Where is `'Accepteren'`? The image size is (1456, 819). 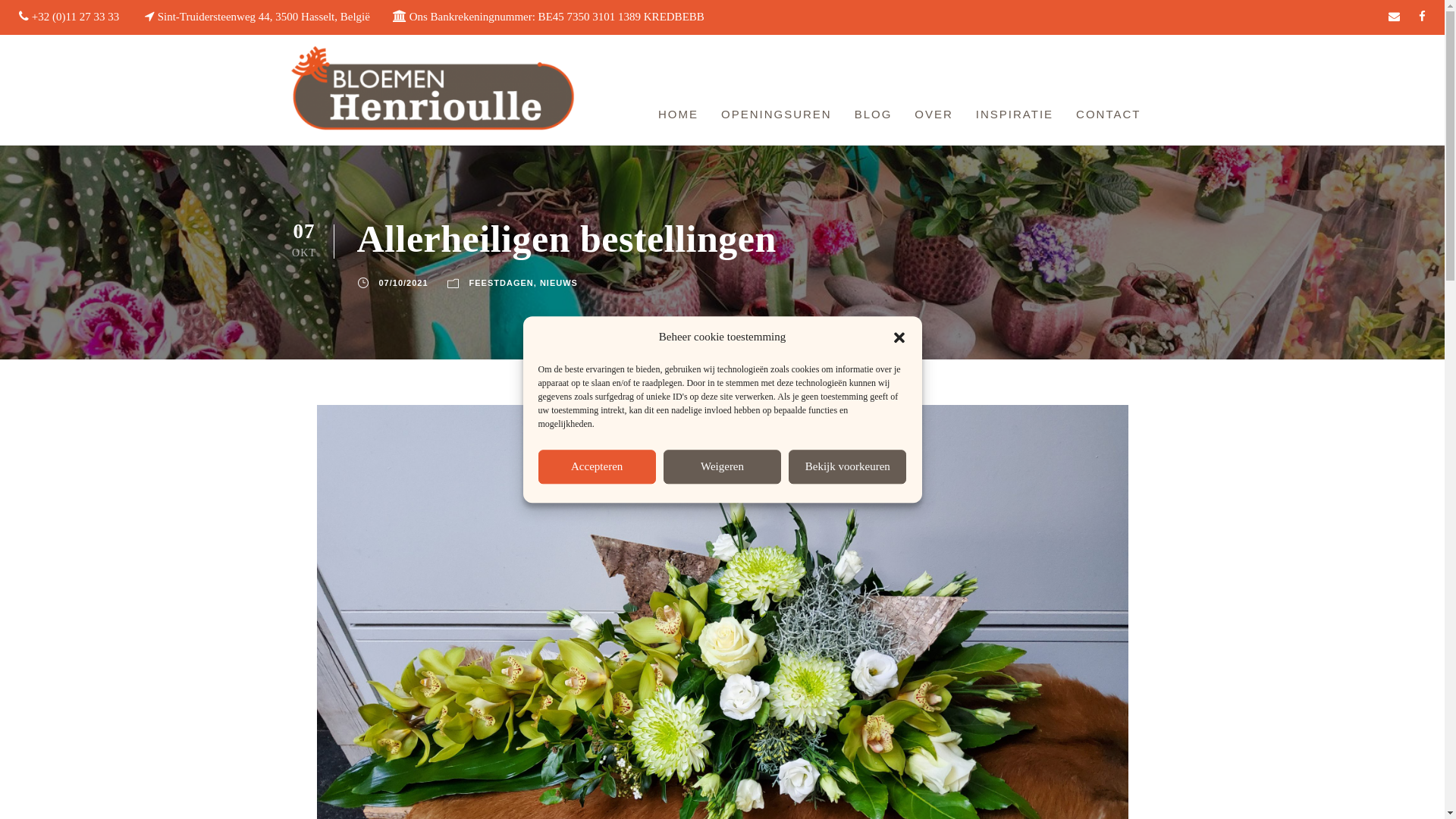
'Accepteren' is located at coordinates (596, 466).